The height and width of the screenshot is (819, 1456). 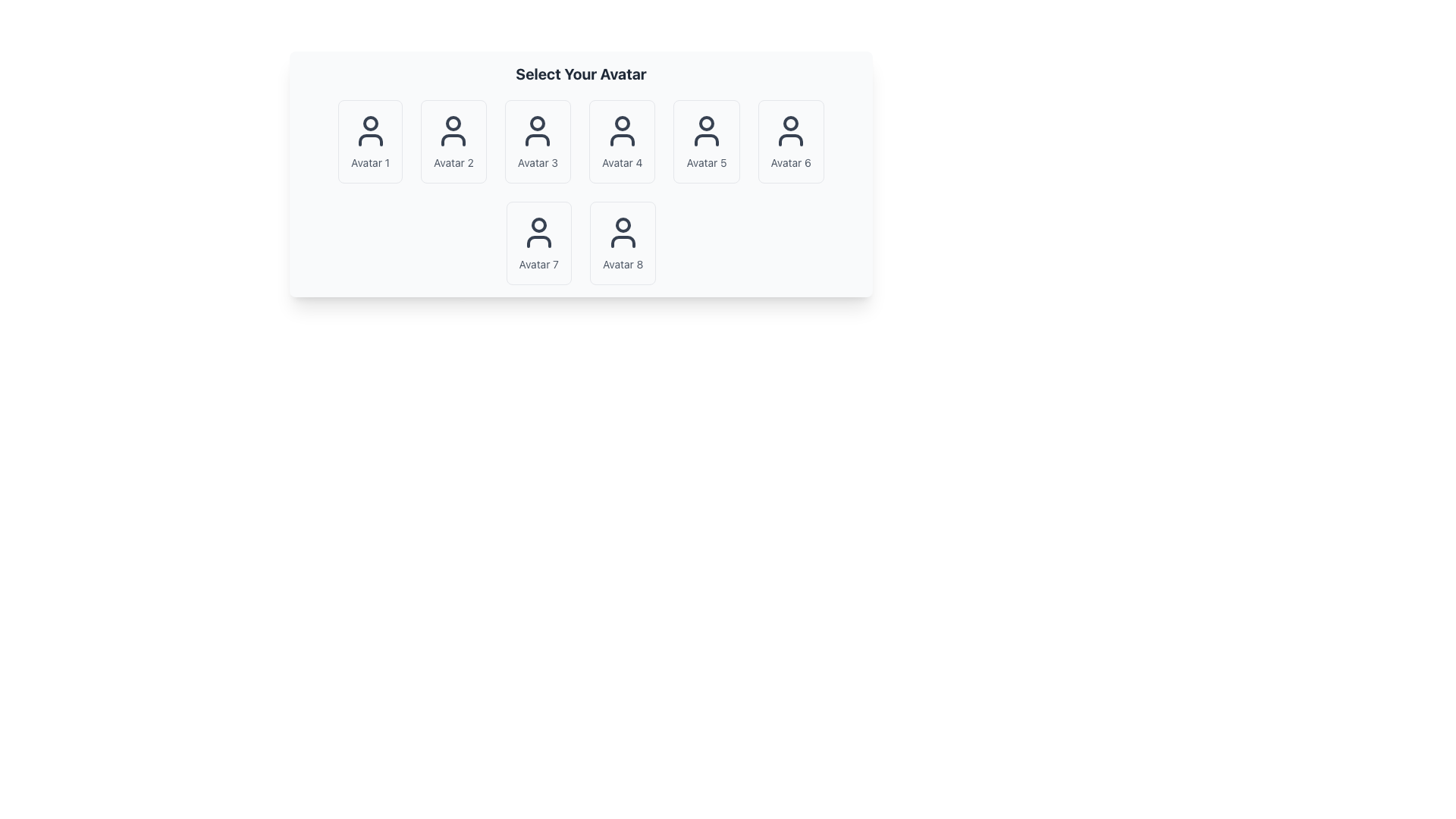 I want to click on the 'Avatar 1' icon, which is centrally aligned in the first avatar selection card of the avatar grid, so click(x=370, y=130).